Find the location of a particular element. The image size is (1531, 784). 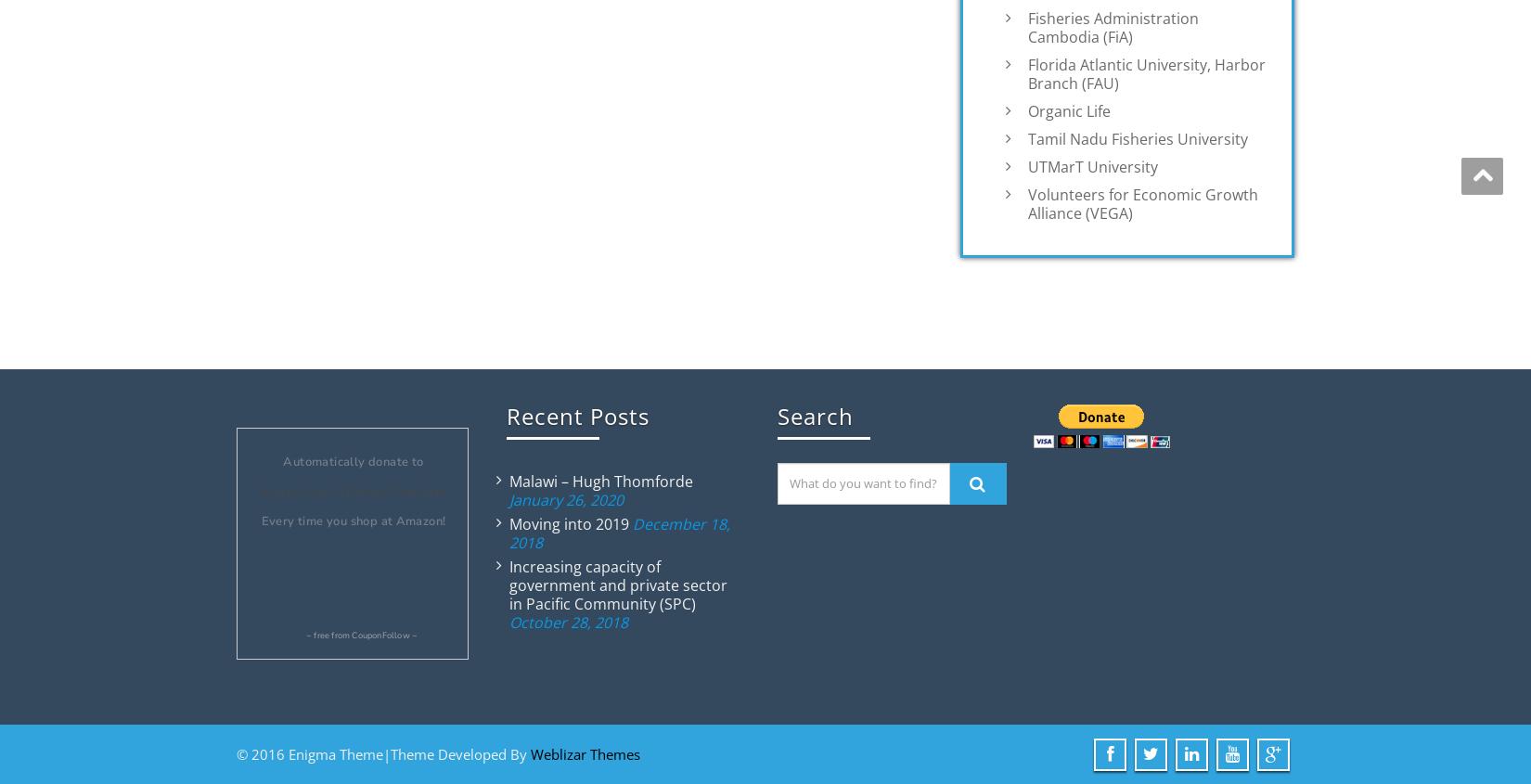

'October 28, 2018' is located at coordinates (567, 622).